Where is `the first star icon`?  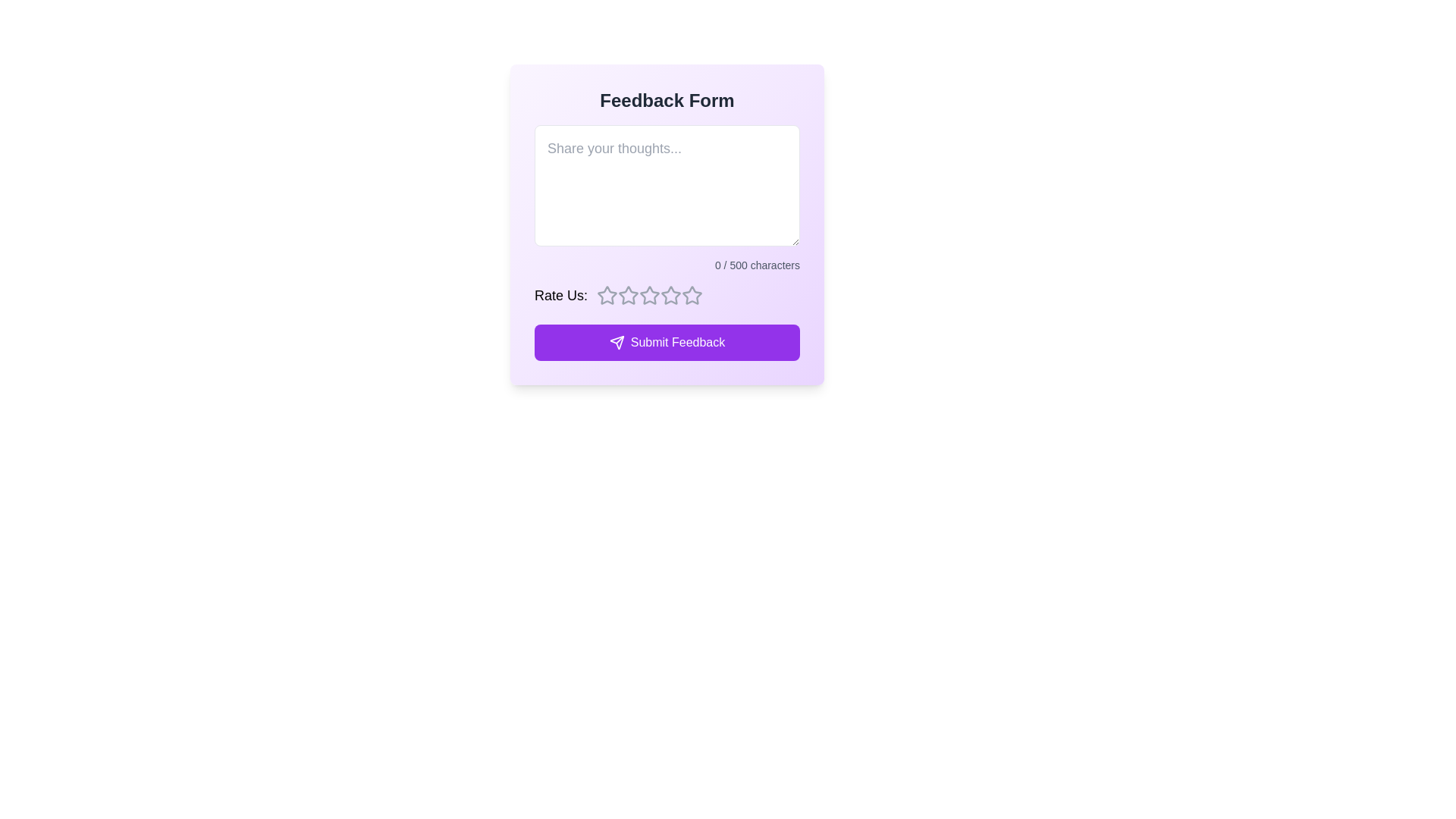
the first star icon is located at coordinates (607, 295).